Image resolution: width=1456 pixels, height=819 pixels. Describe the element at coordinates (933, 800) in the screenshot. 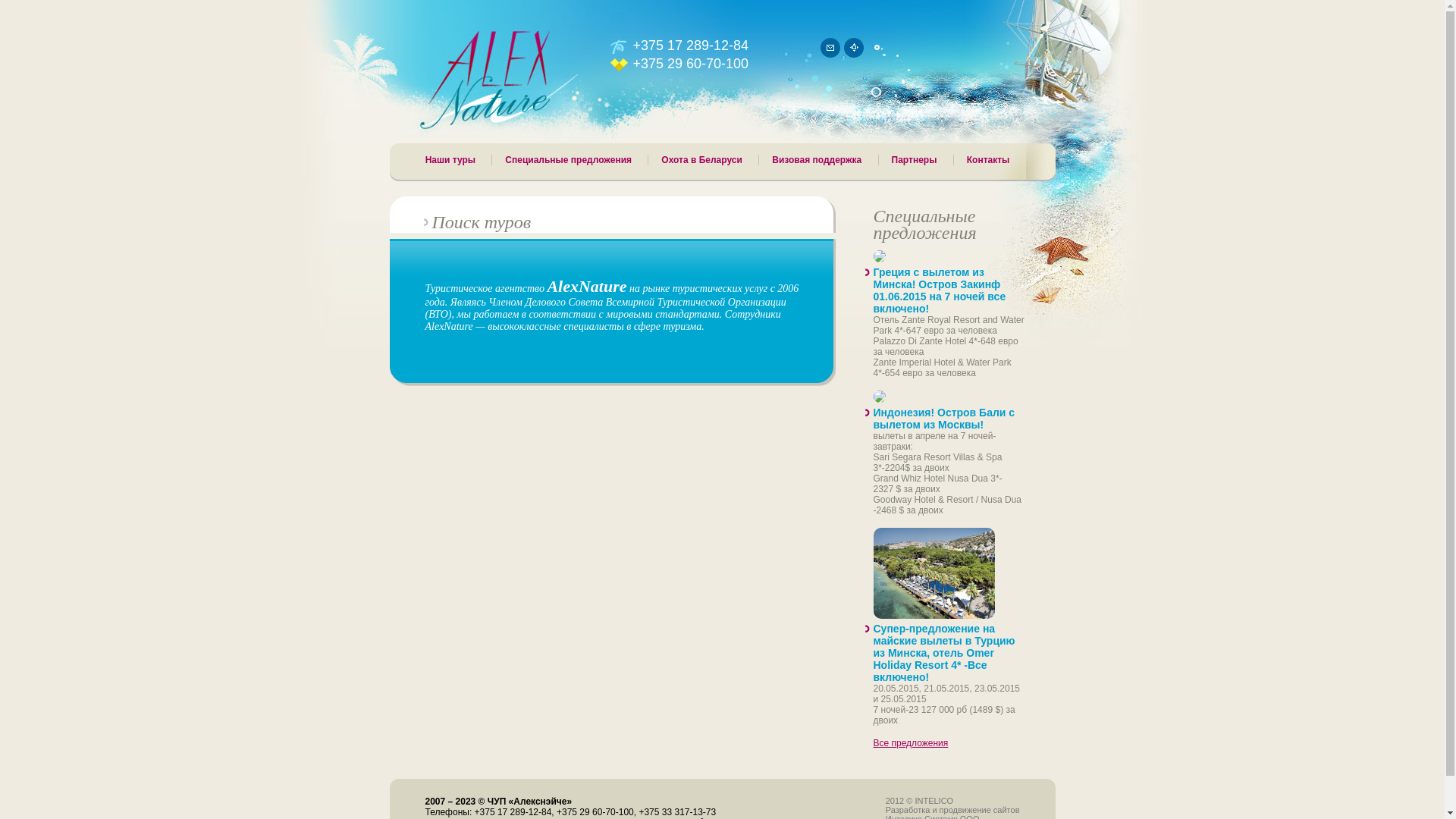

I see `'INTELICO'` at that location.